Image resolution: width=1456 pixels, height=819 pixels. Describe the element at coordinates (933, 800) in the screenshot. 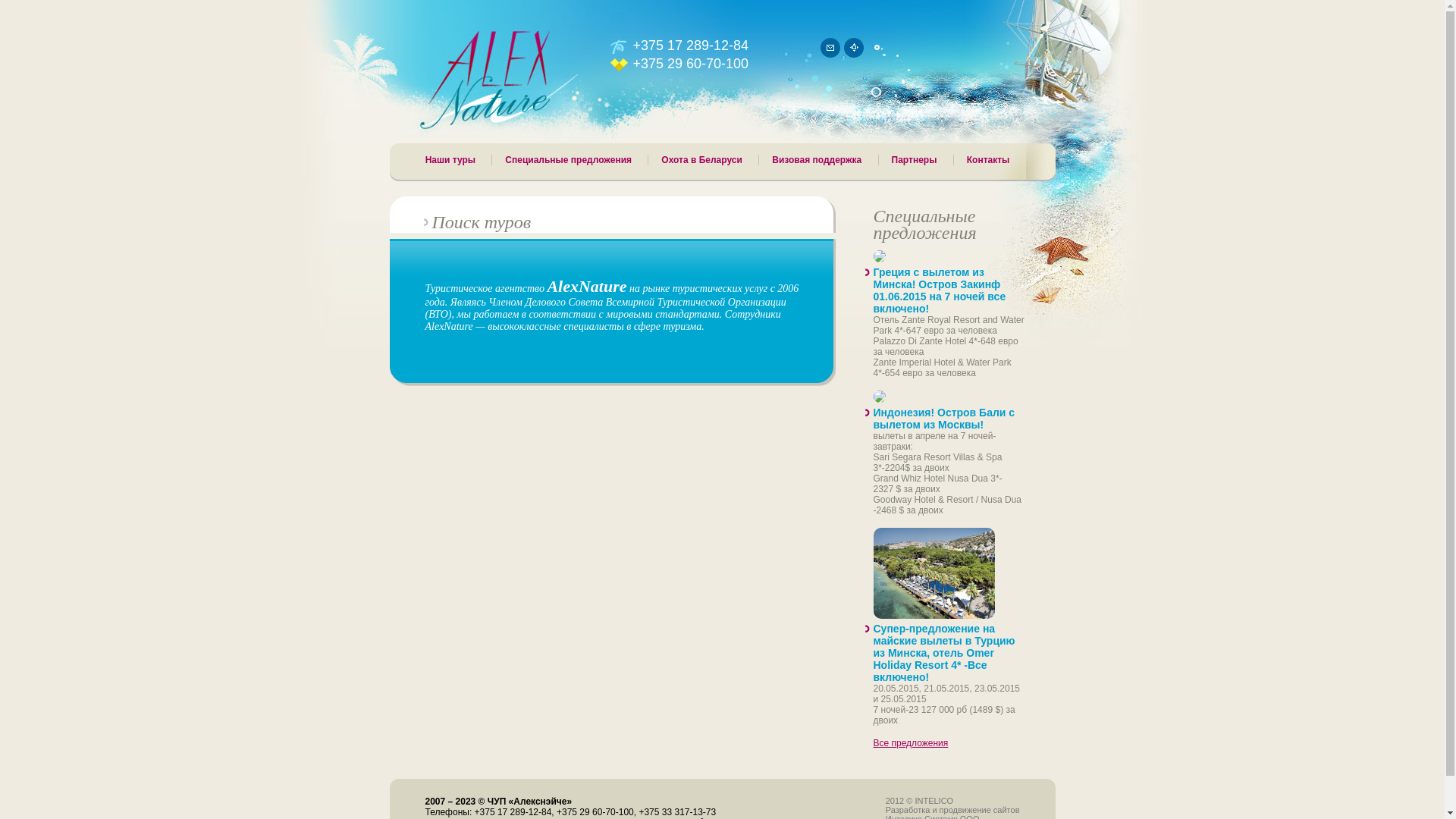

I see `'INTELICO'` at that location.